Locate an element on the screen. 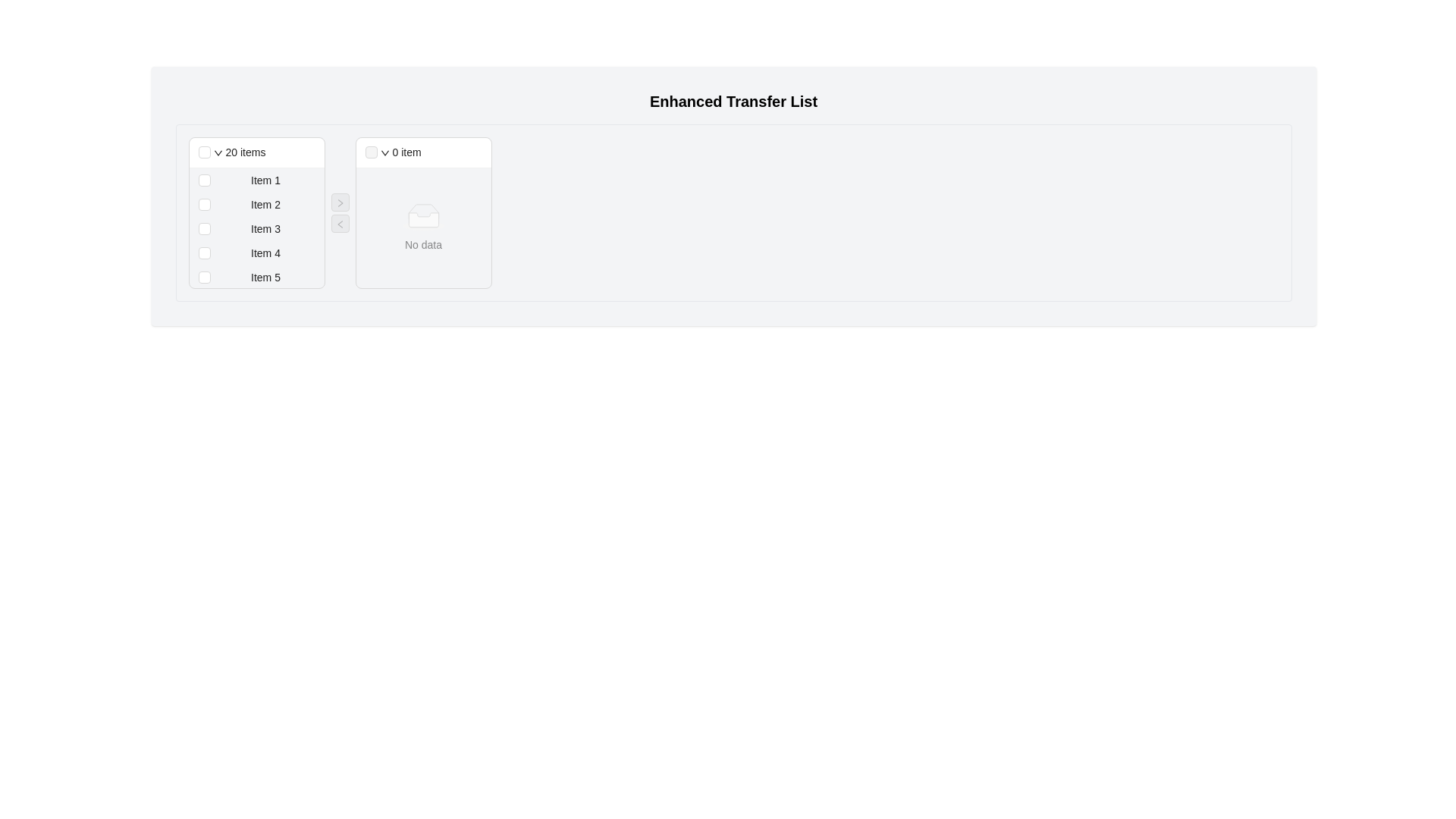 This screenshot has width=1456, height=819. an entry in the selectable list component that has a header reading '20 items' and contains checkboxes for each item is located at coordinates (256, 213).